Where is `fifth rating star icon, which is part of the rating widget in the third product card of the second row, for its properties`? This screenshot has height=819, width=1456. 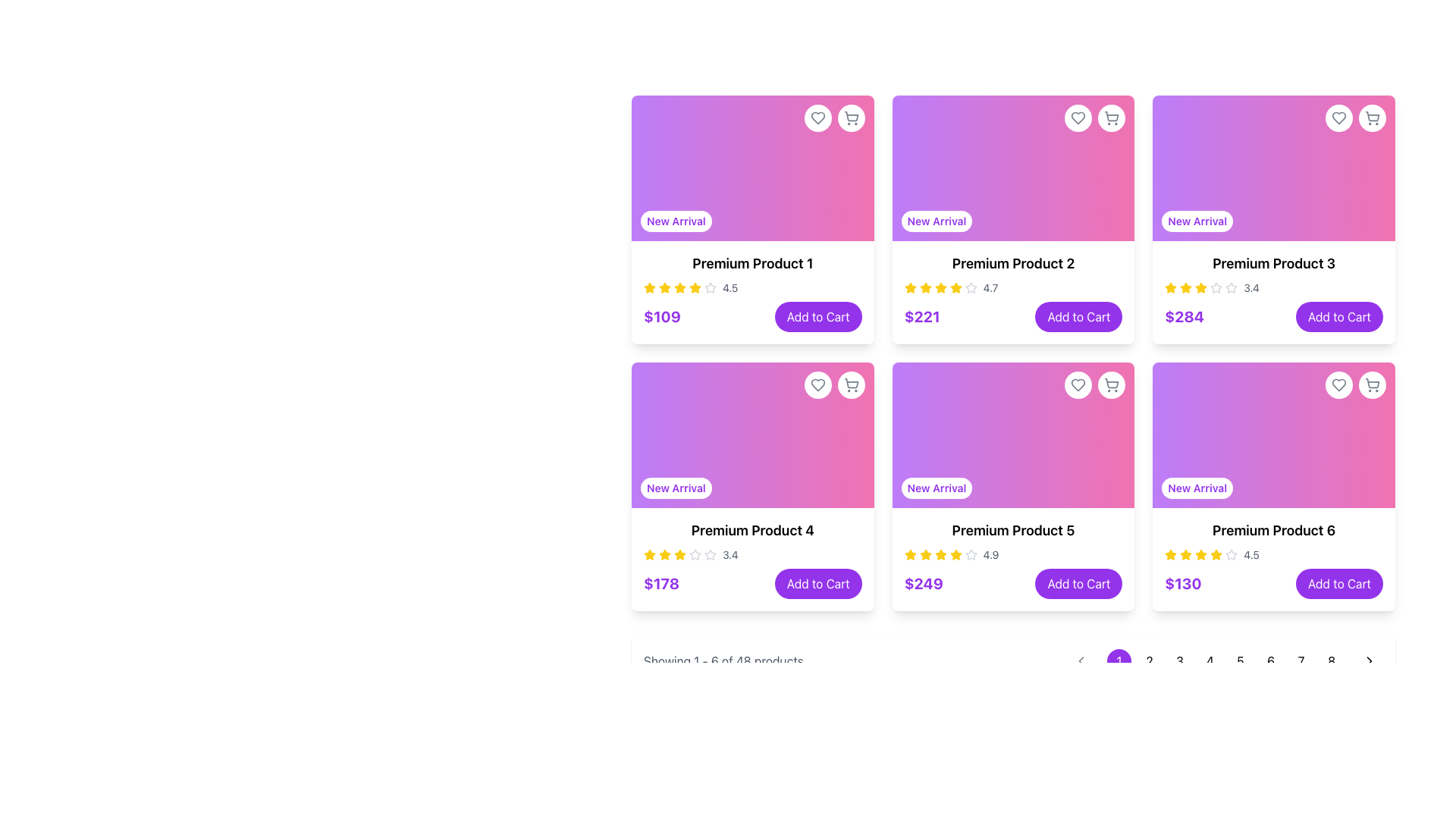 fifth rating star icon, which is part of the rating widget in the third product card of the second row, for its properties is located at coordinates (1216, 288).